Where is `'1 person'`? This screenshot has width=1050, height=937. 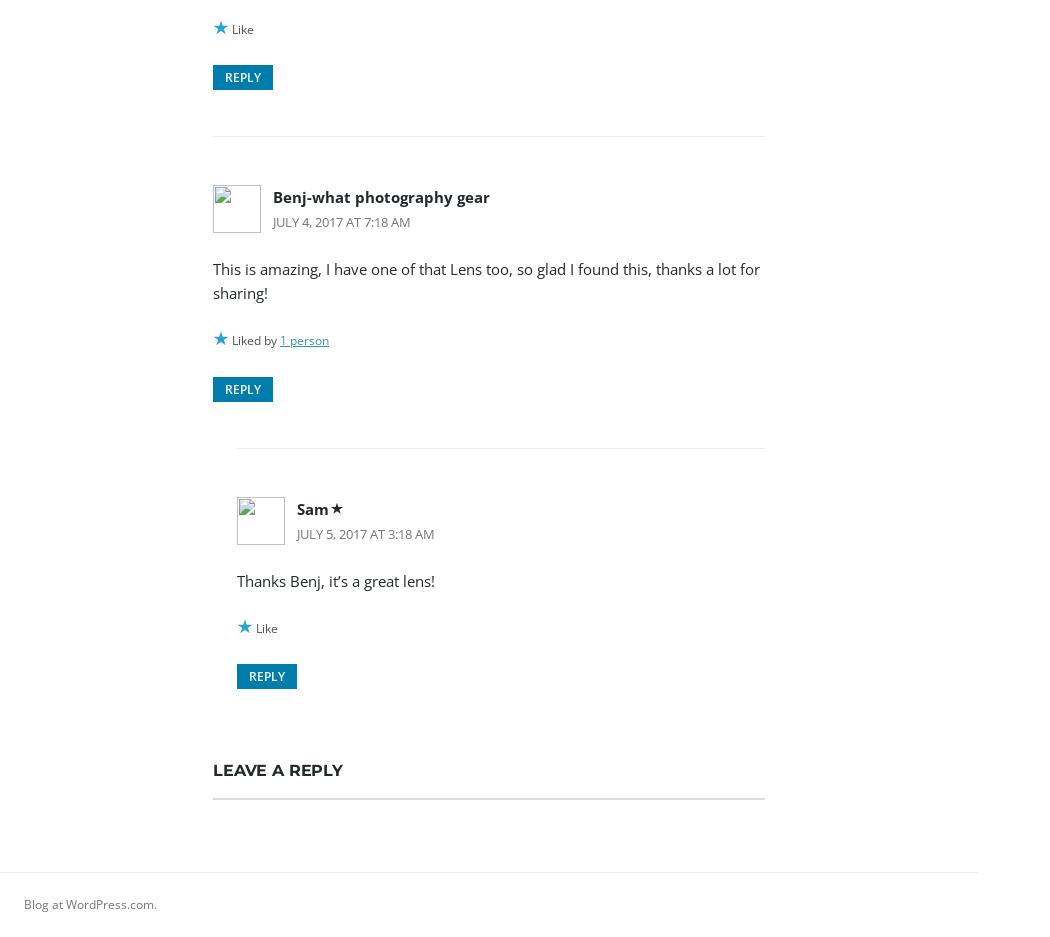 '1 person' is located at coordinates (304, 340).